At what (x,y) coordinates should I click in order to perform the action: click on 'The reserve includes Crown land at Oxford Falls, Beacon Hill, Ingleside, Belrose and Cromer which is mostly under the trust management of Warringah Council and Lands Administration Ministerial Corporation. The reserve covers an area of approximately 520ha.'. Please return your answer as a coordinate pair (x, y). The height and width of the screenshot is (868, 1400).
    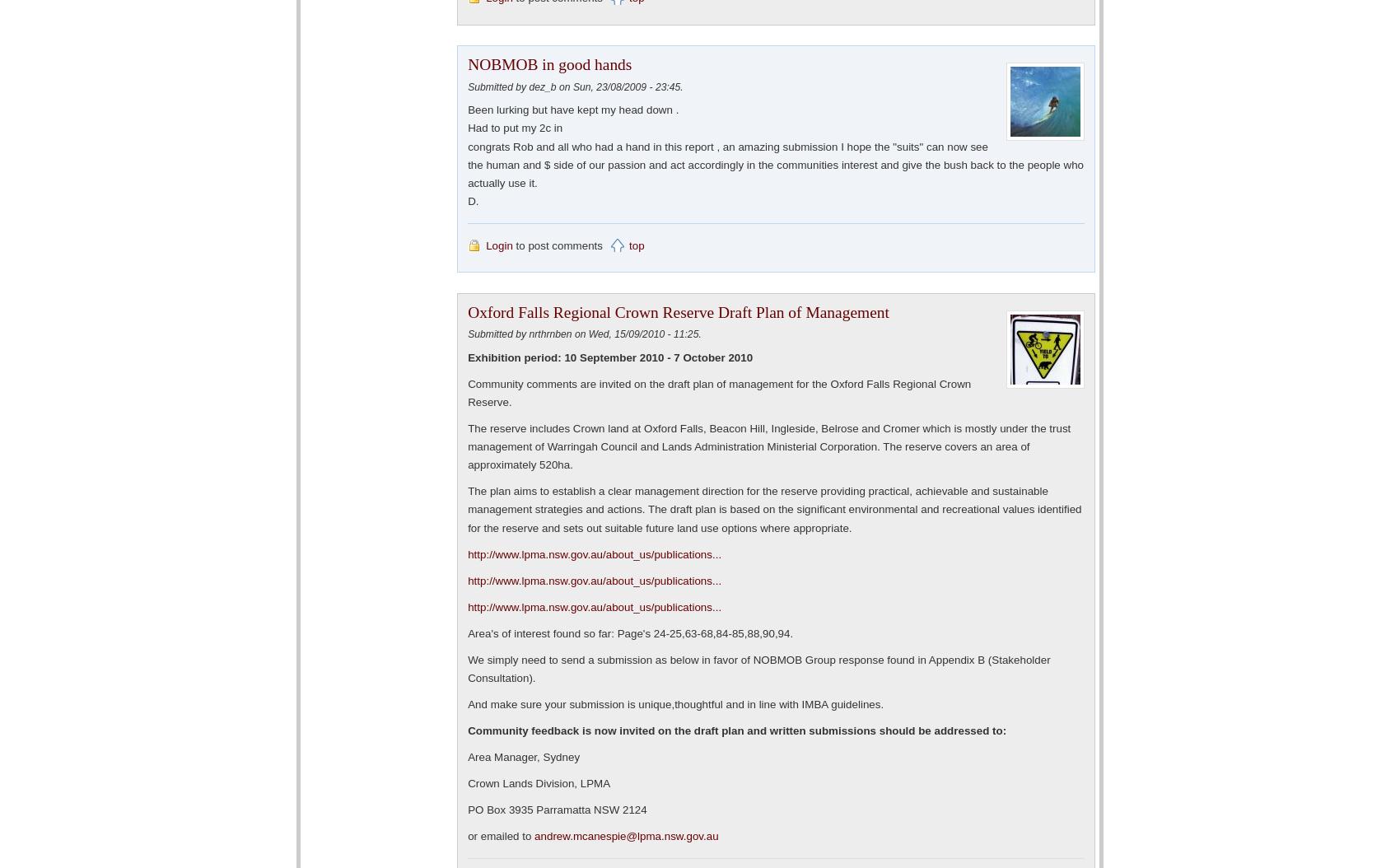
    Looking at the image, I should click on (768, 446).